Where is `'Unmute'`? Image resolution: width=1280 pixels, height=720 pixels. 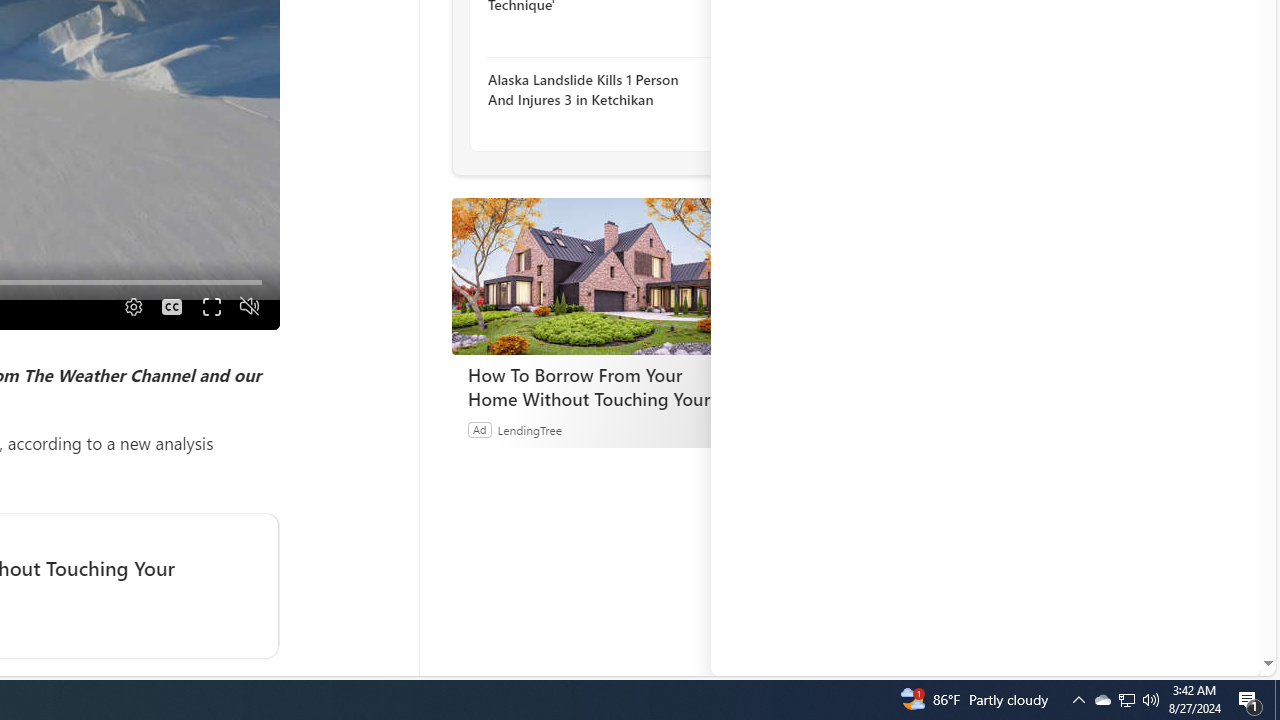
'Unmute' is located at coordinates (248, 306).